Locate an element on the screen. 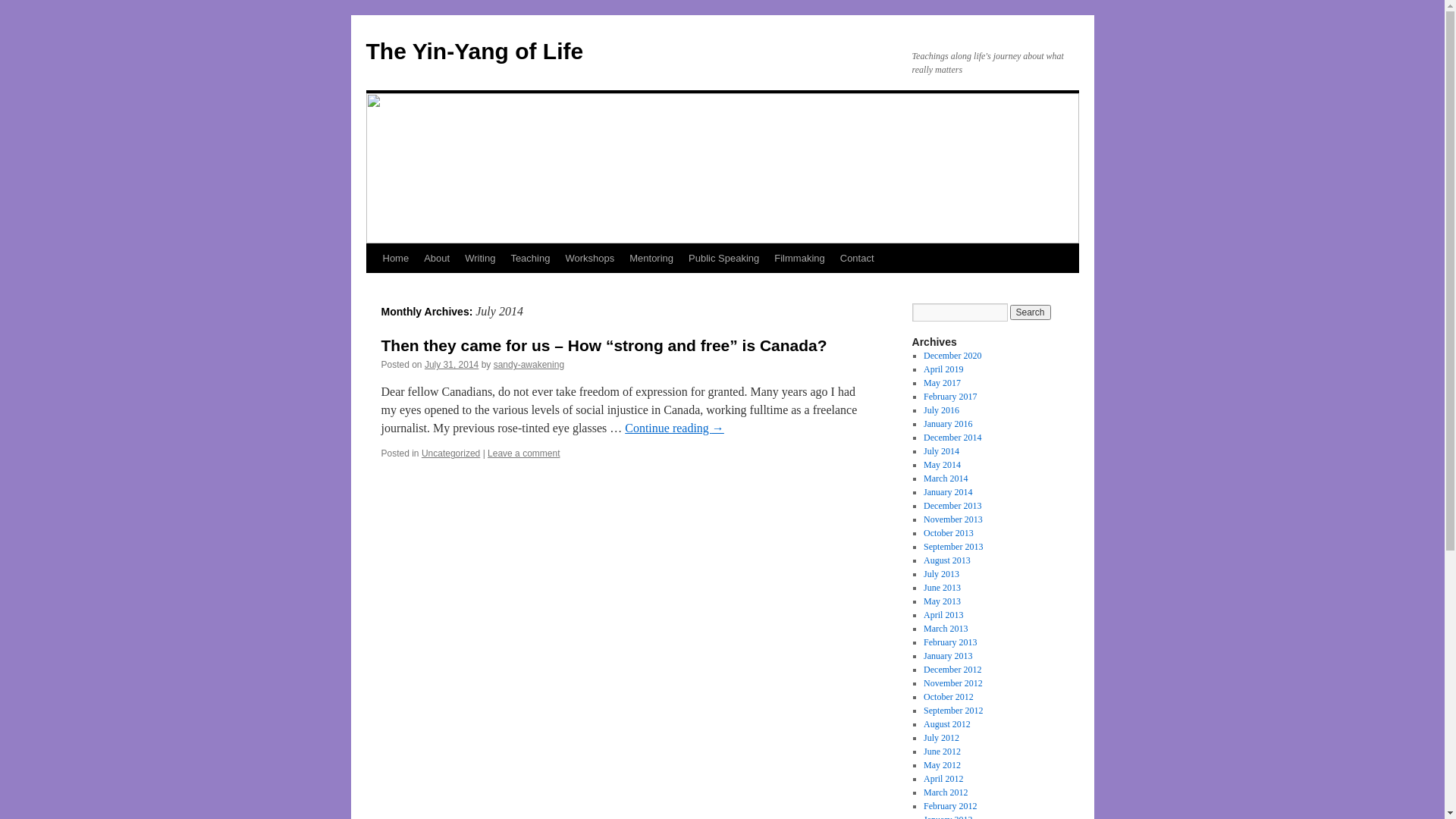 The width and height of the screenshot is (1456, 819). 'November 2012' is located at coordinates (952, 683).